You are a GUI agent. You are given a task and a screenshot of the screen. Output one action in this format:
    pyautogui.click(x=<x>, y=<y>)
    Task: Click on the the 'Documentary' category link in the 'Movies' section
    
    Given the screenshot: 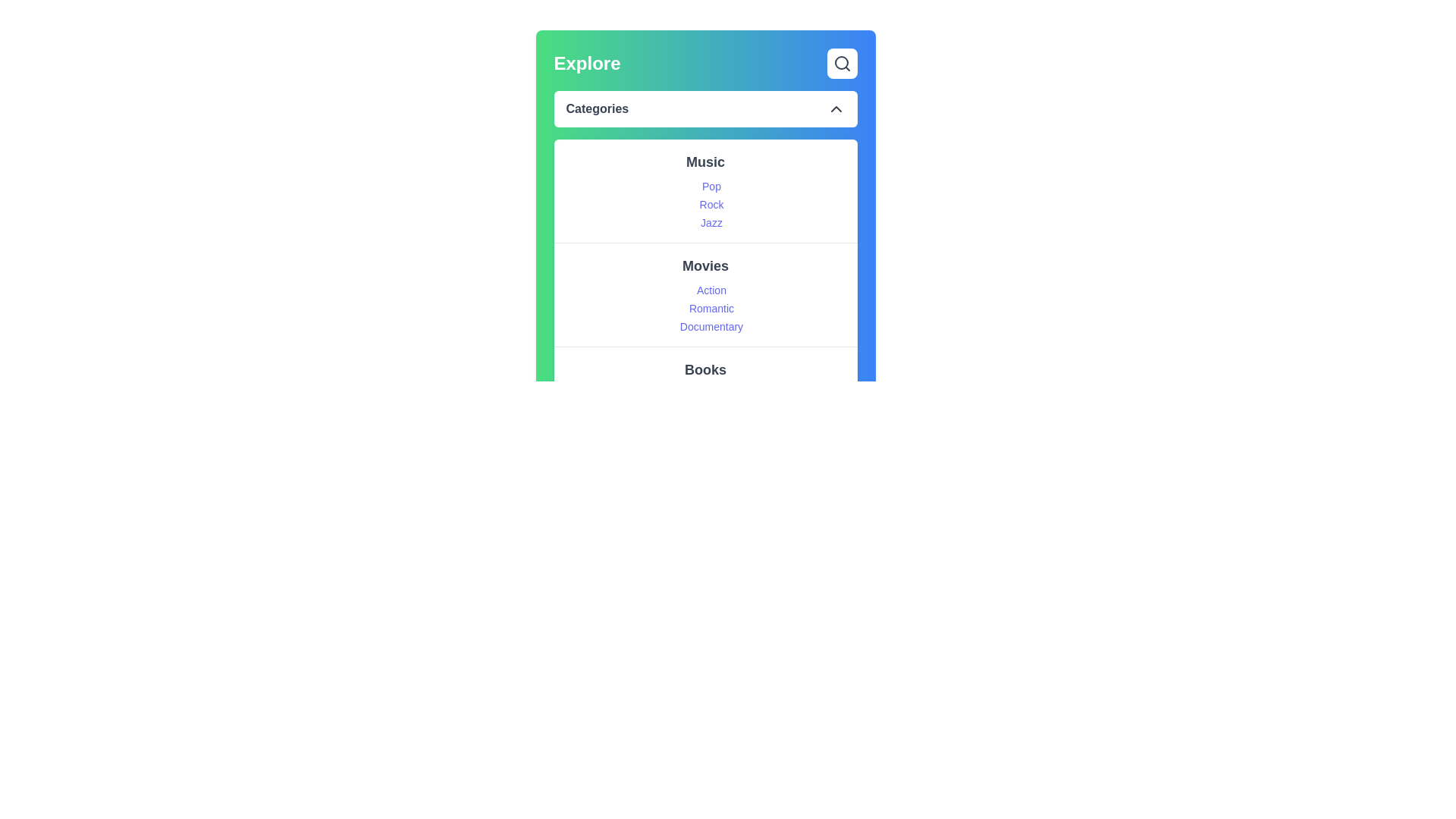 What is the action you would take?
    pyautogui.click(x=711, y=326)
    